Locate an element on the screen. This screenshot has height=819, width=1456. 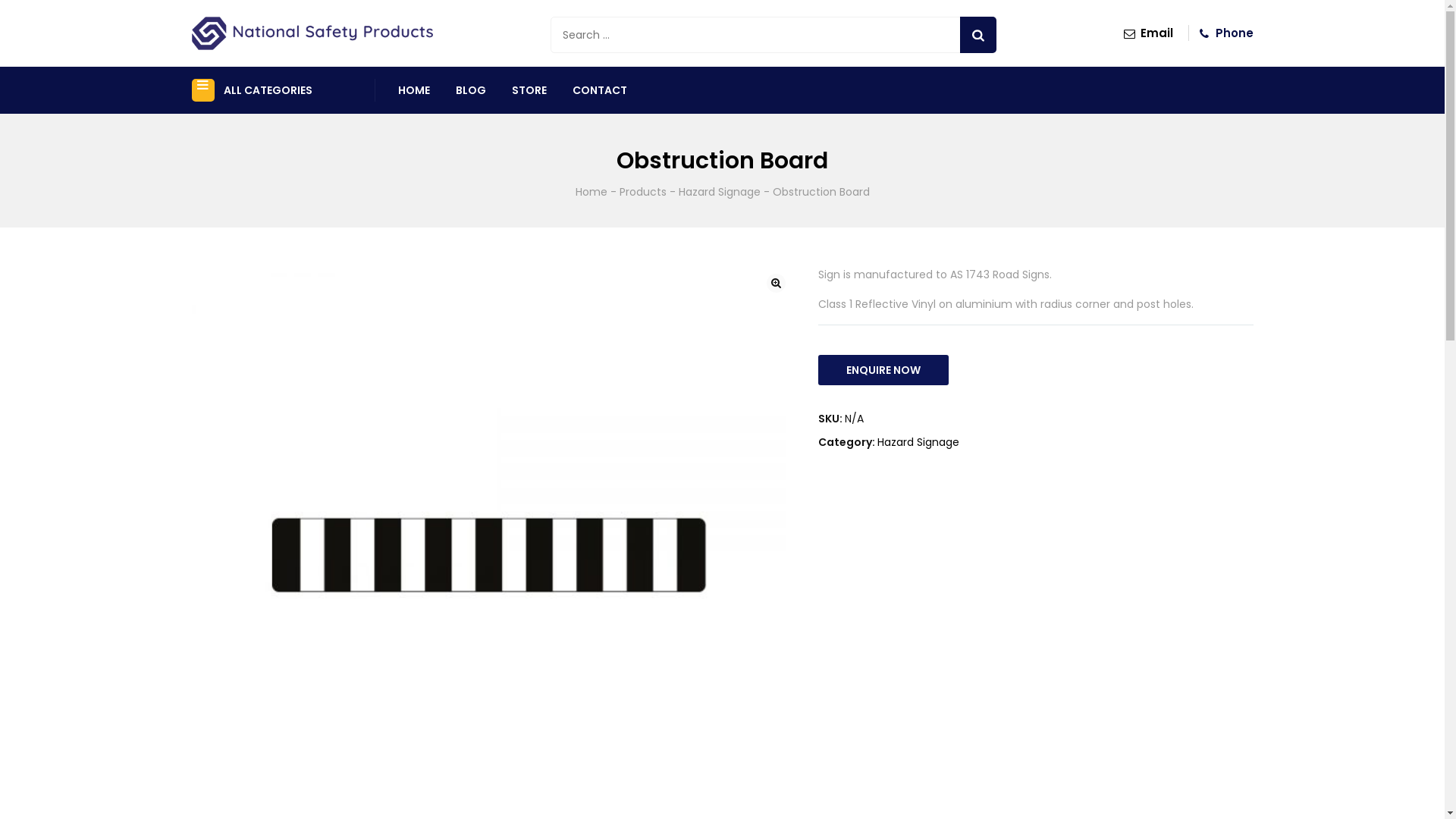
'National Safety Products' is located at coordinates (311, 33).